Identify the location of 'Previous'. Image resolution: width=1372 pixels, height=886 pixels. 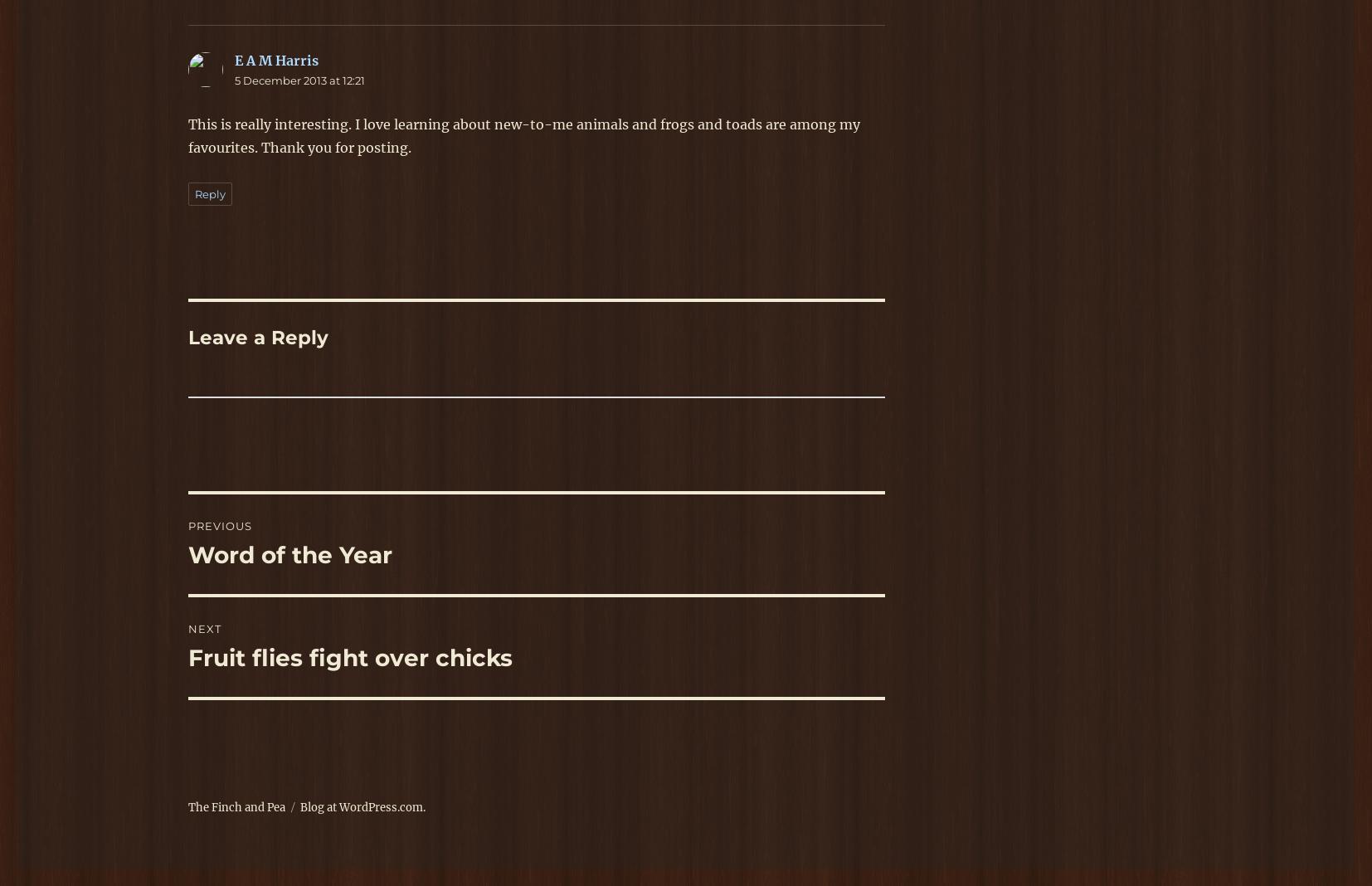
(219, 524).